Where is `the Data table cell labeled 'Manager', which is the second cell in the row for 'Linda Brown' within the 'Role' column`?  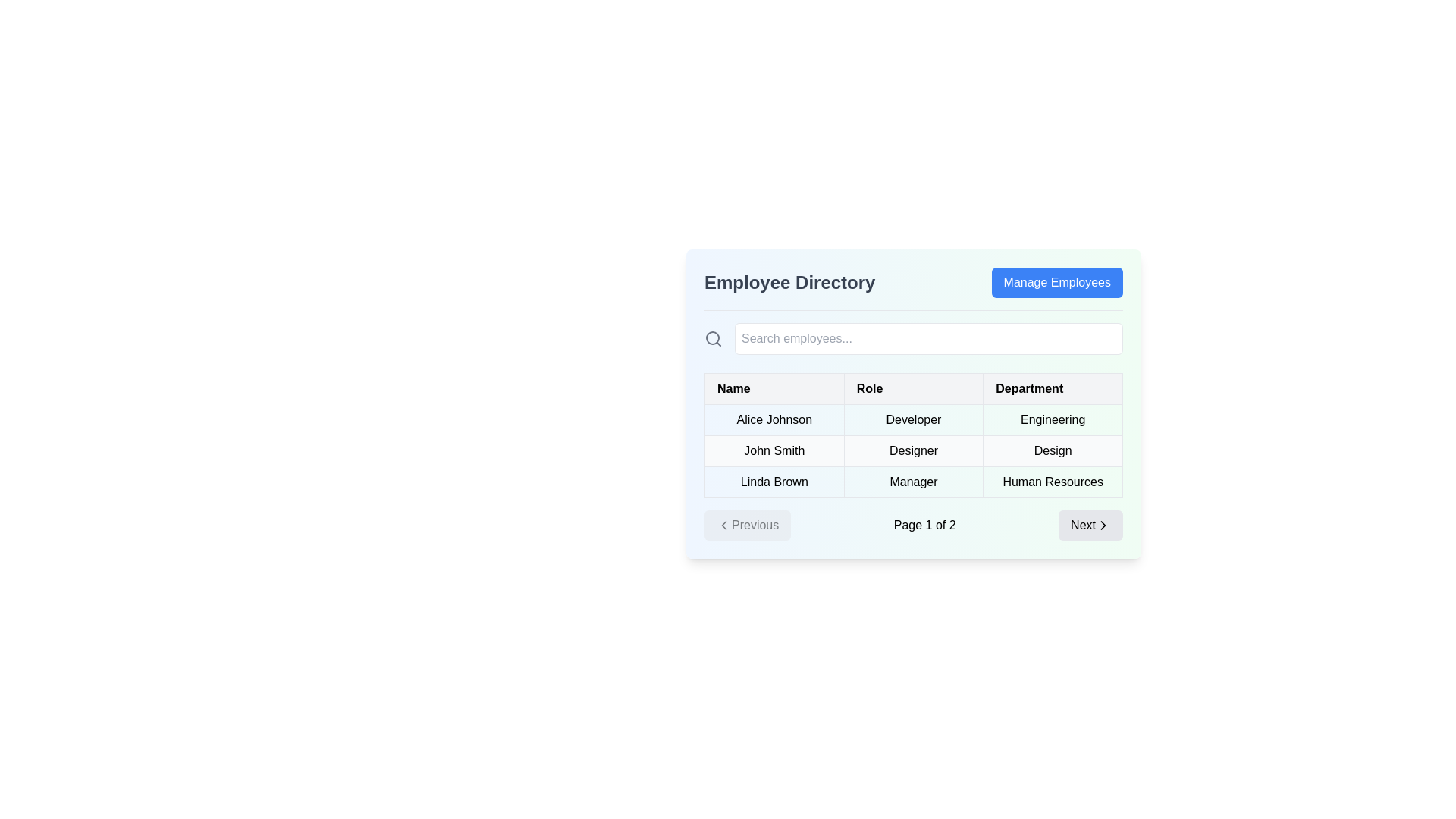
the Data table cell labeled 'Manager', which is the second cell in the row for 'Linda Brown' within the 'Role' column is located at coordinates (912, 482).